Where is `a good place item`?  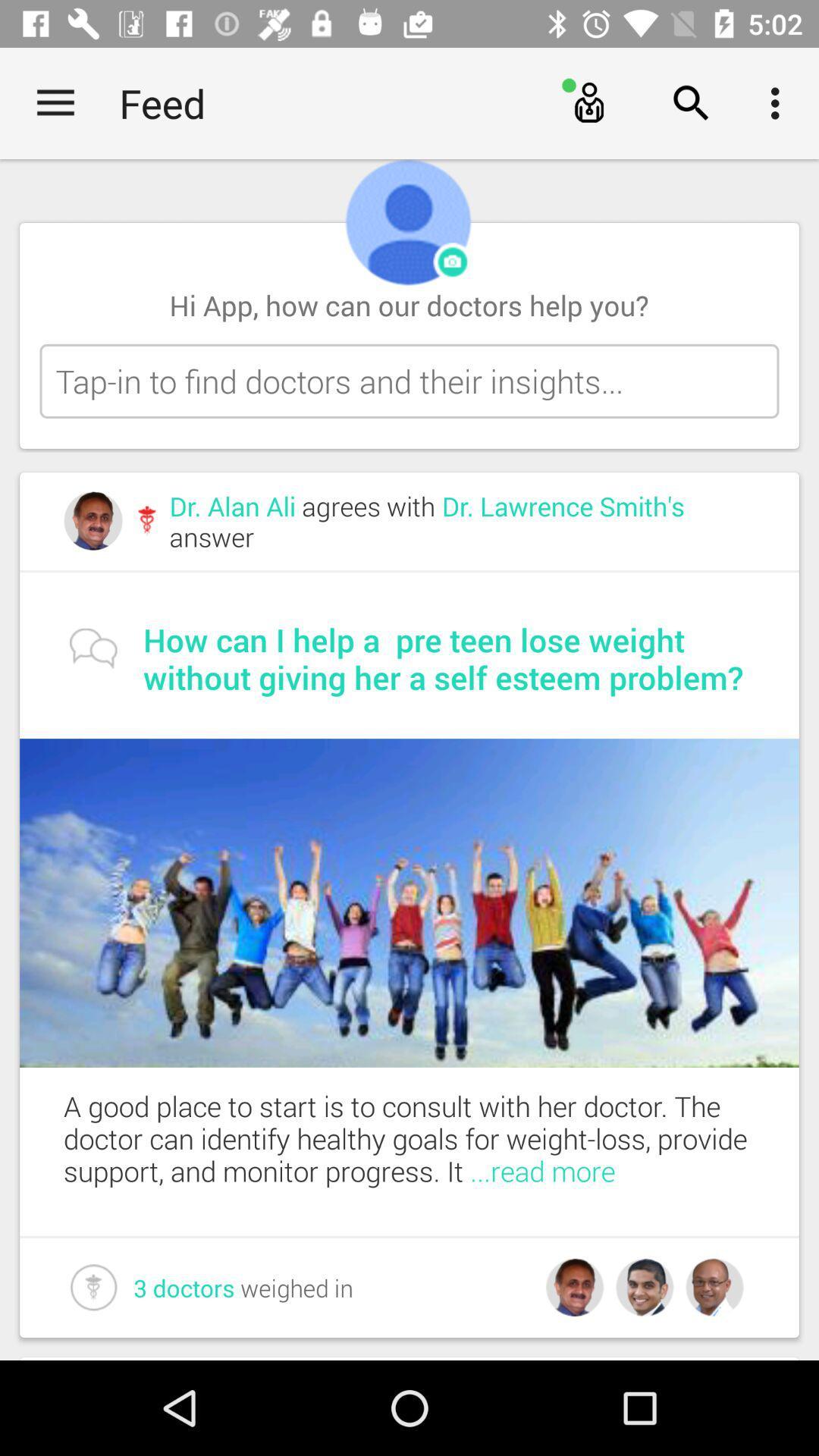
a good place item is located at coordinates (431, 1138).